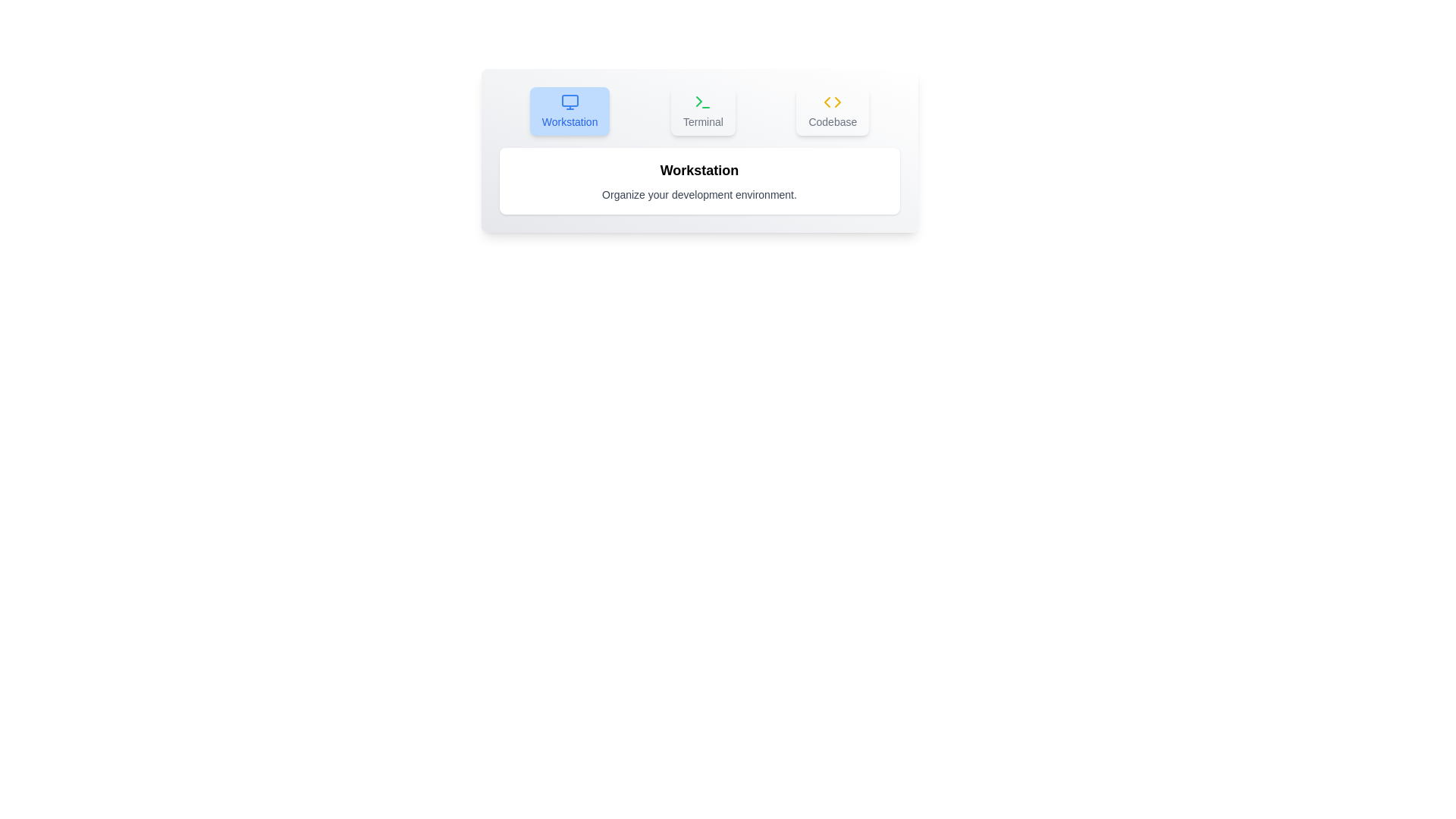  I want to click on the tab titled Codebase to examine its title and description, so click(832, 110).